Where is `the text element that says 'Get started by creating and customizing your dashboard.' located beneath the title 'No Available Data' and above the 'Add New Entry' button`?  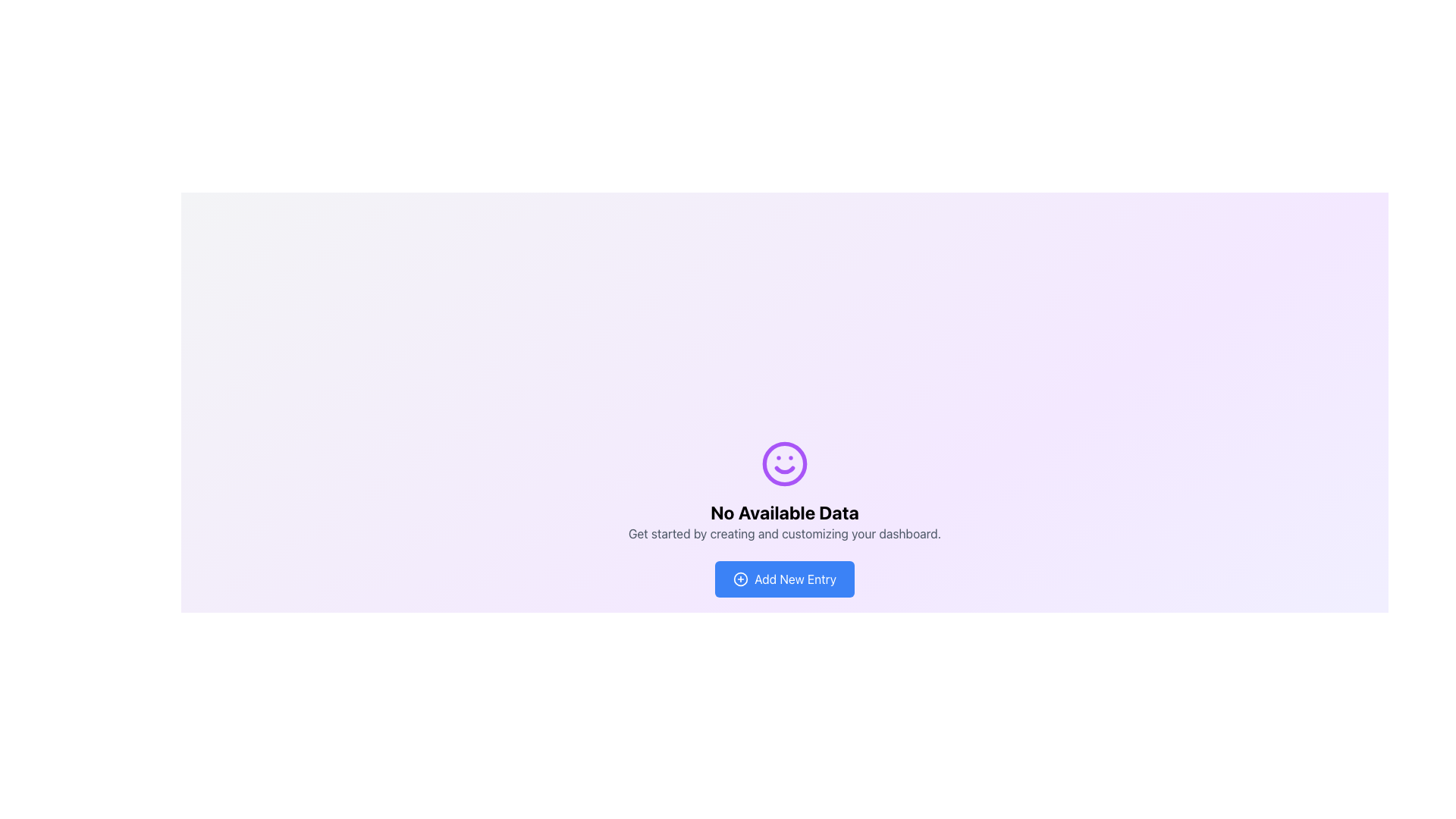 the text element that says 'Get started by creating and customizing your dashboard.' located beneath the title 'No Available Data' and above the 'Add New Entry' button is located at coordinates (785, 533).